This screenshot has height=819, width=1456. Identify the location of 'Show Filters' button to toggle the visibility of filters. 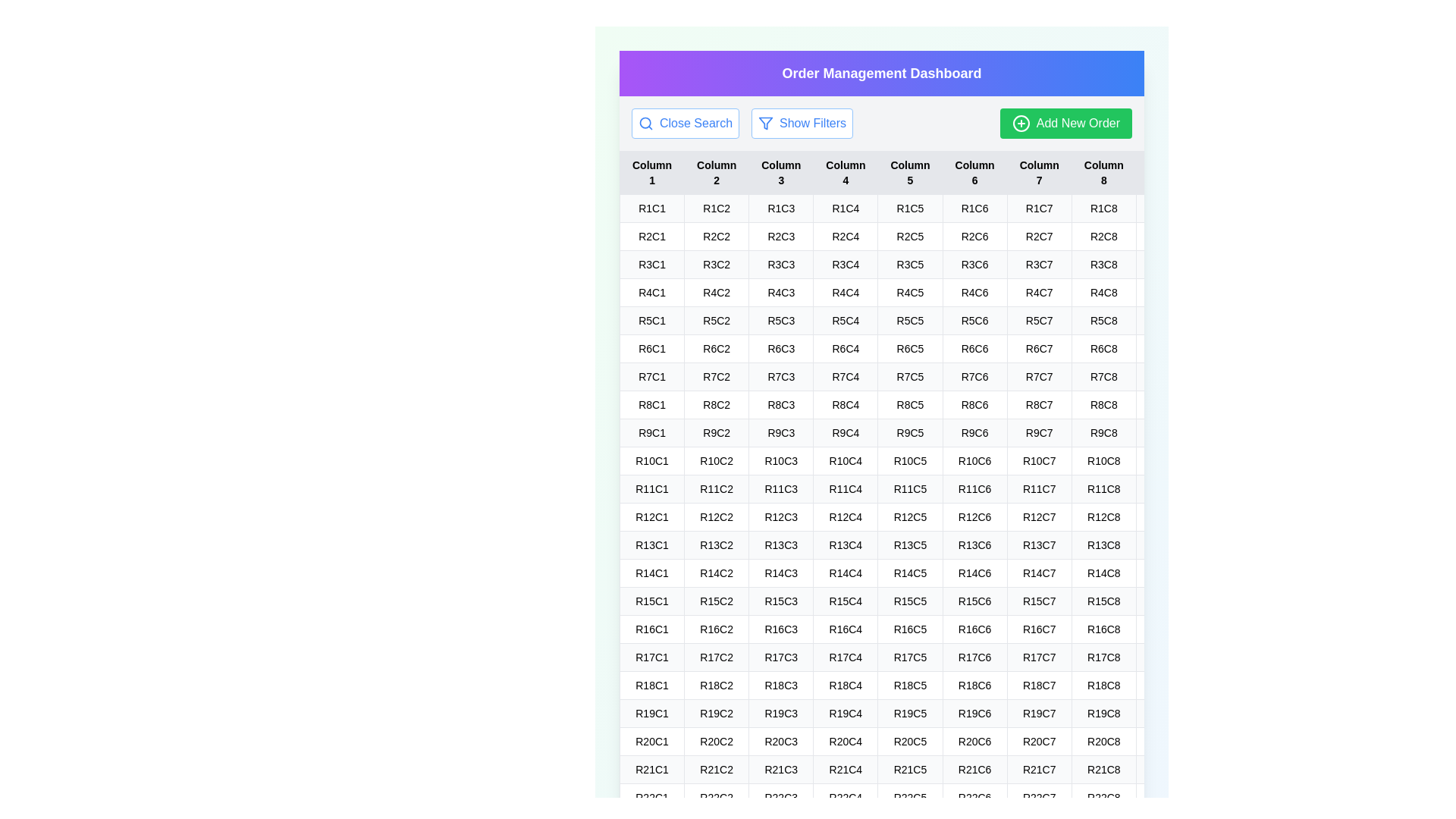
(801, 122).